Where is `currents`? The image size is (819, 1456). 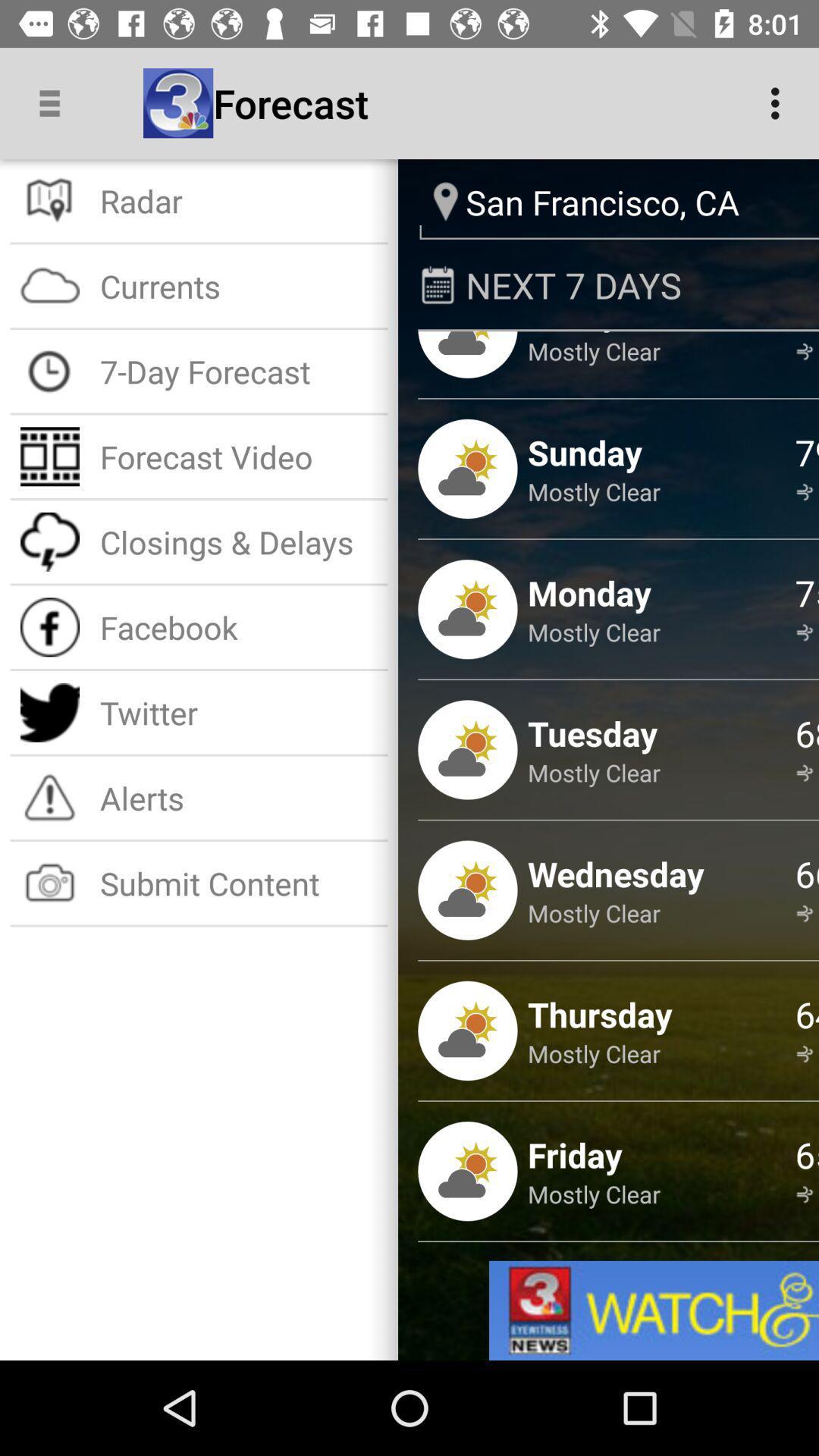 currents is located at coordinates (239, 286).